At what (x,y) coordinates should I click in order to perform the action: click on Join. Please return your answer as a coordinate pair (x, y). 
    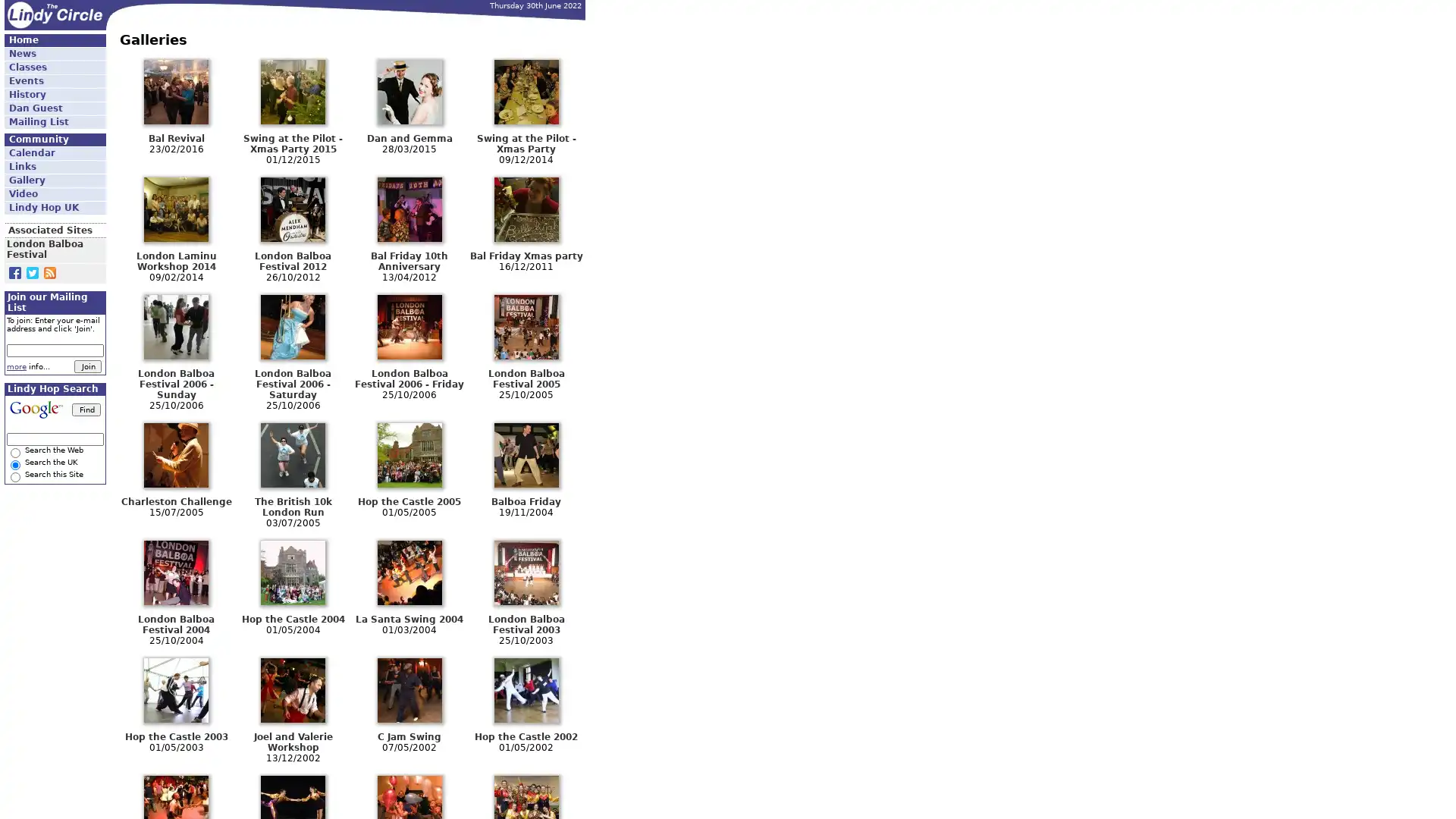
    Looking at the image, I should click on (86, 366).